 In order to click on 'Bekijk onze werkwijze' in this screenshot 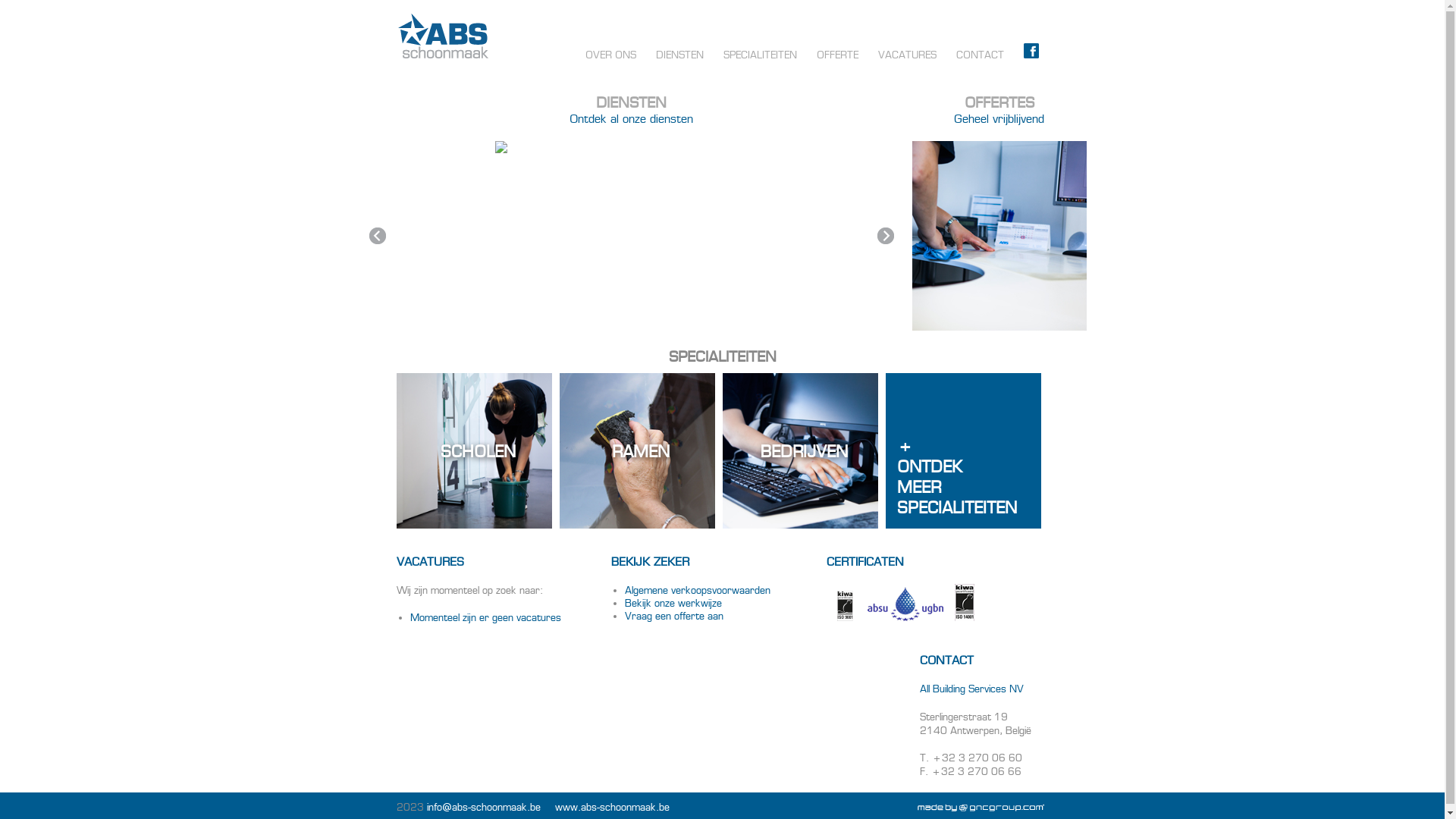, I will do `click(673, 602)`.